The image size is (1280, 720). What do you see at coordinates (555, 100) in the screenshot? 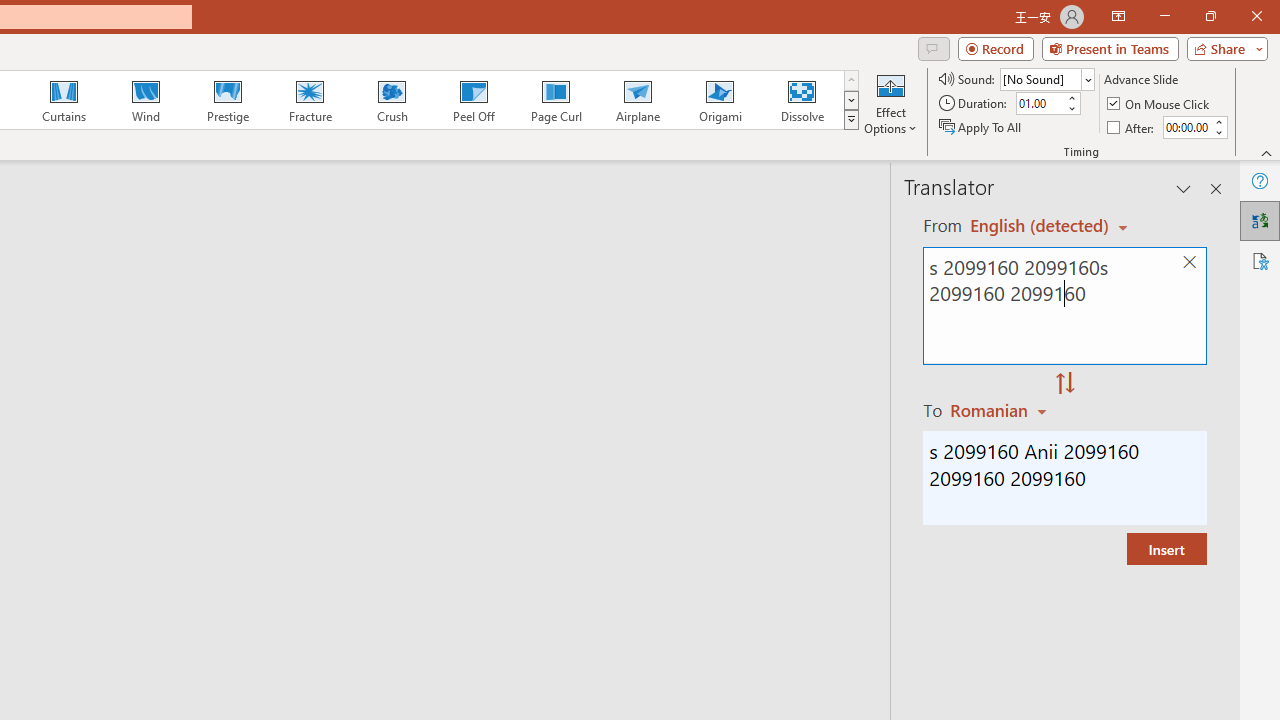
I see `'Page Curl'` at bounding box center [555, 100].